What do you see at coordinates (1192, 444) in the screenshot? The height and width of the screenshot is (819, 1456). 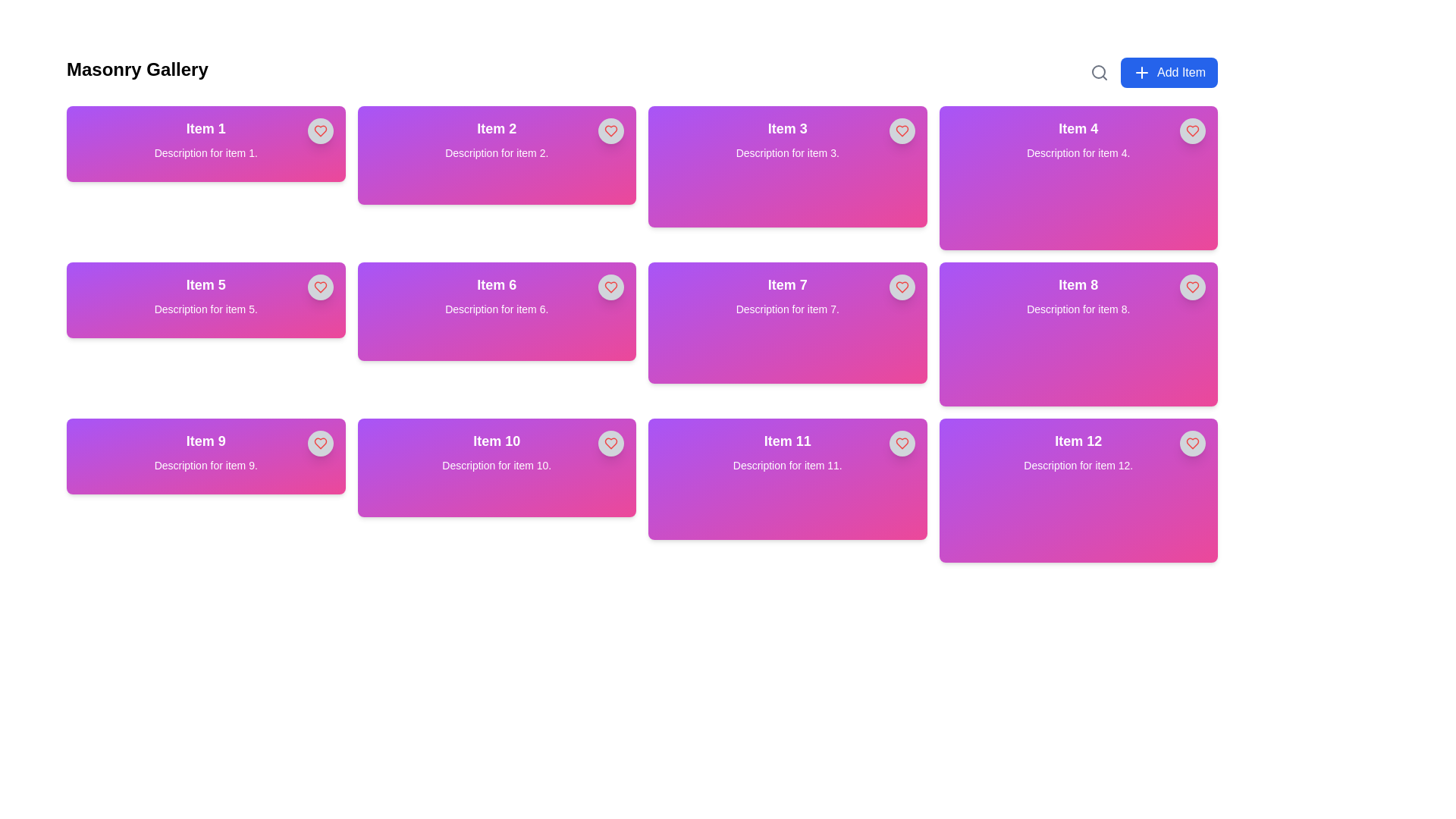 I see `the 'like' button located at the top-right corner of the card labeled 'Item 12'` at bounding box center [1192, 444].